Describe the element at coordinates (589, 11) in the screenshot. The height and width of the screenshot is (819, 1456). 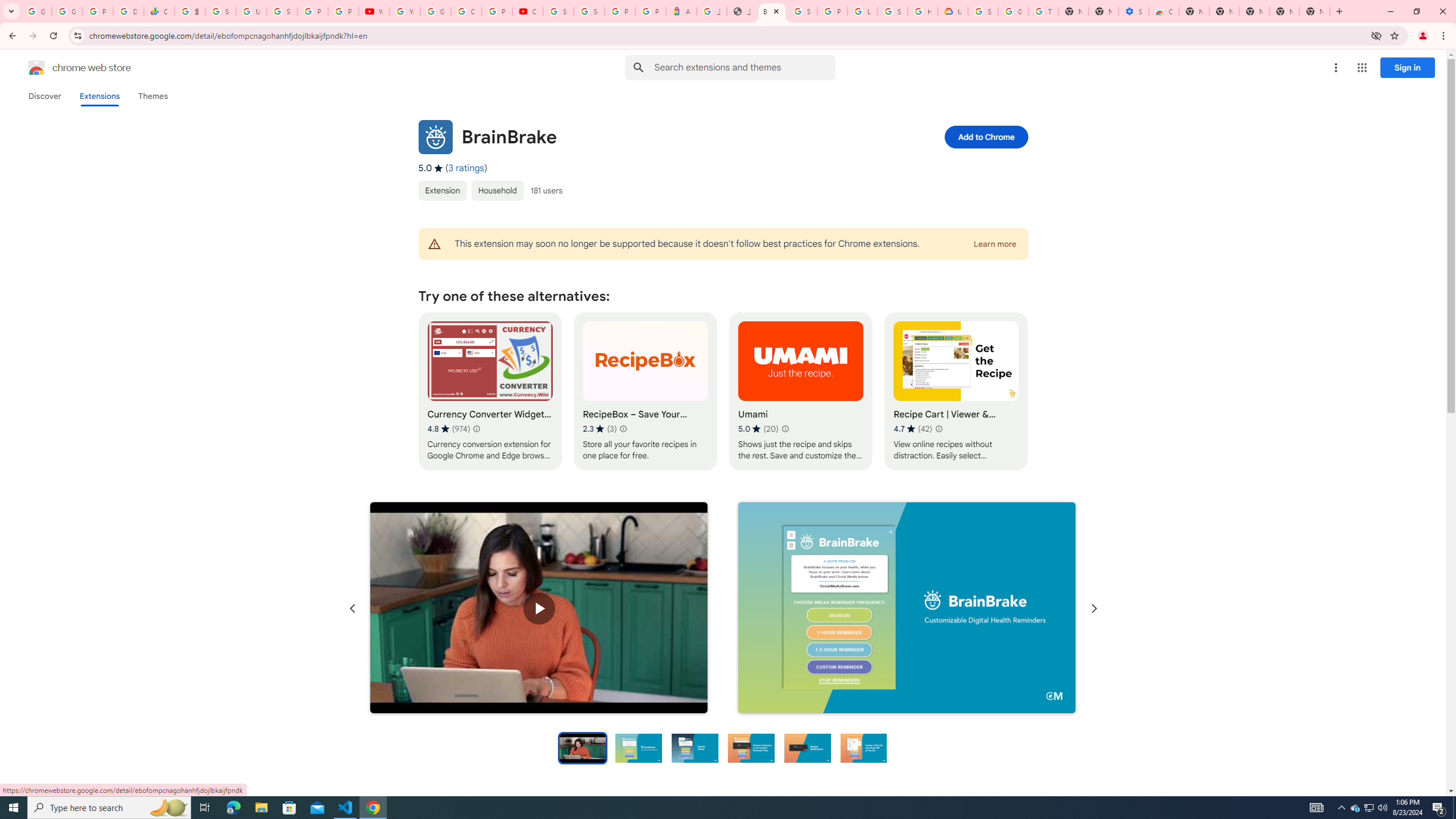
I see `'Sign in - Google Accounts'` at that location.